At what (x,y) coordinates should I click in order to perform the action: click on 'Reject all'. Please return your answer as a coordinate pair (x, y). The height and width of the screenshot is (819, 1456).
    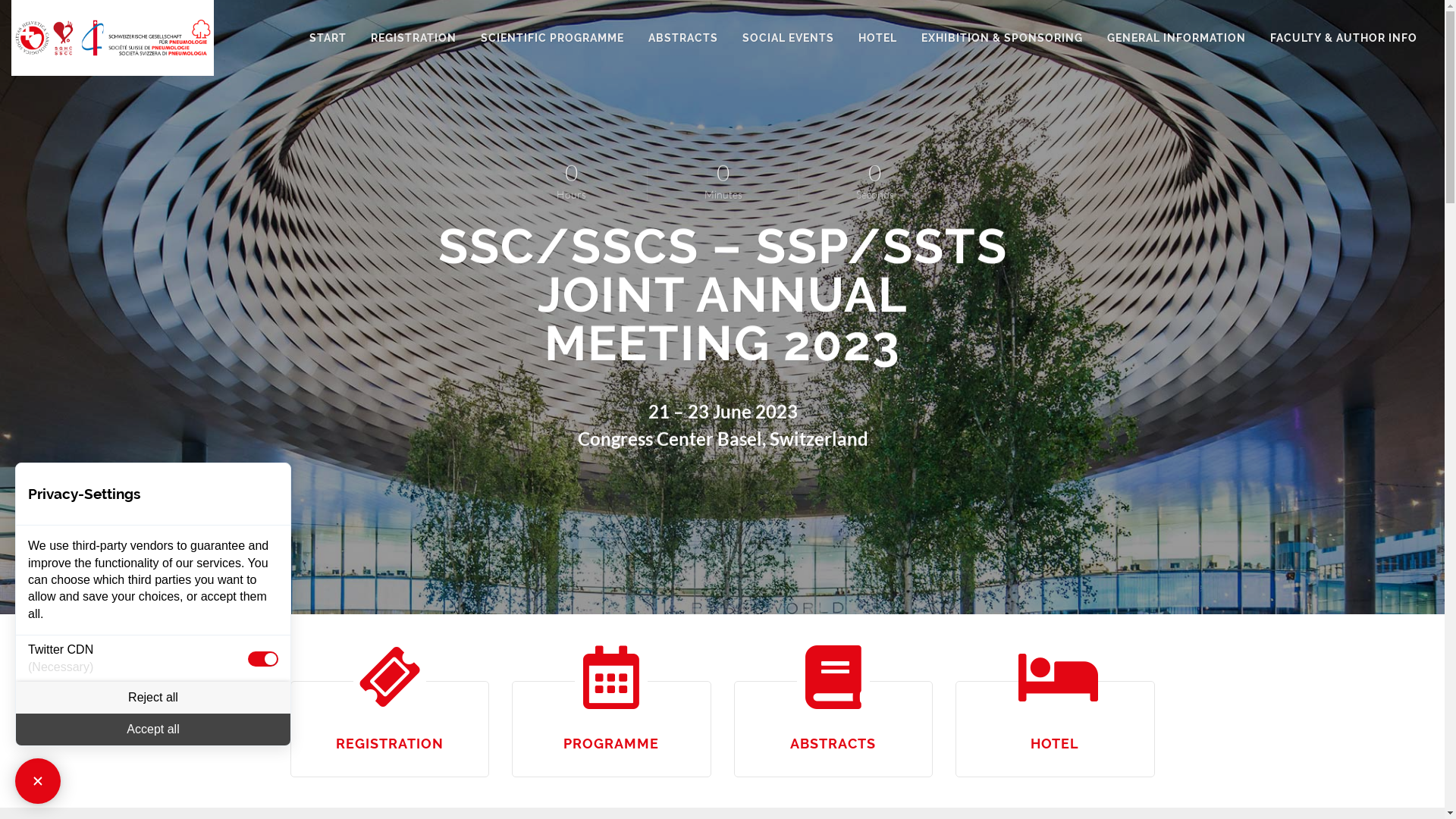
    Looking at the image, I should click on (152, 698).